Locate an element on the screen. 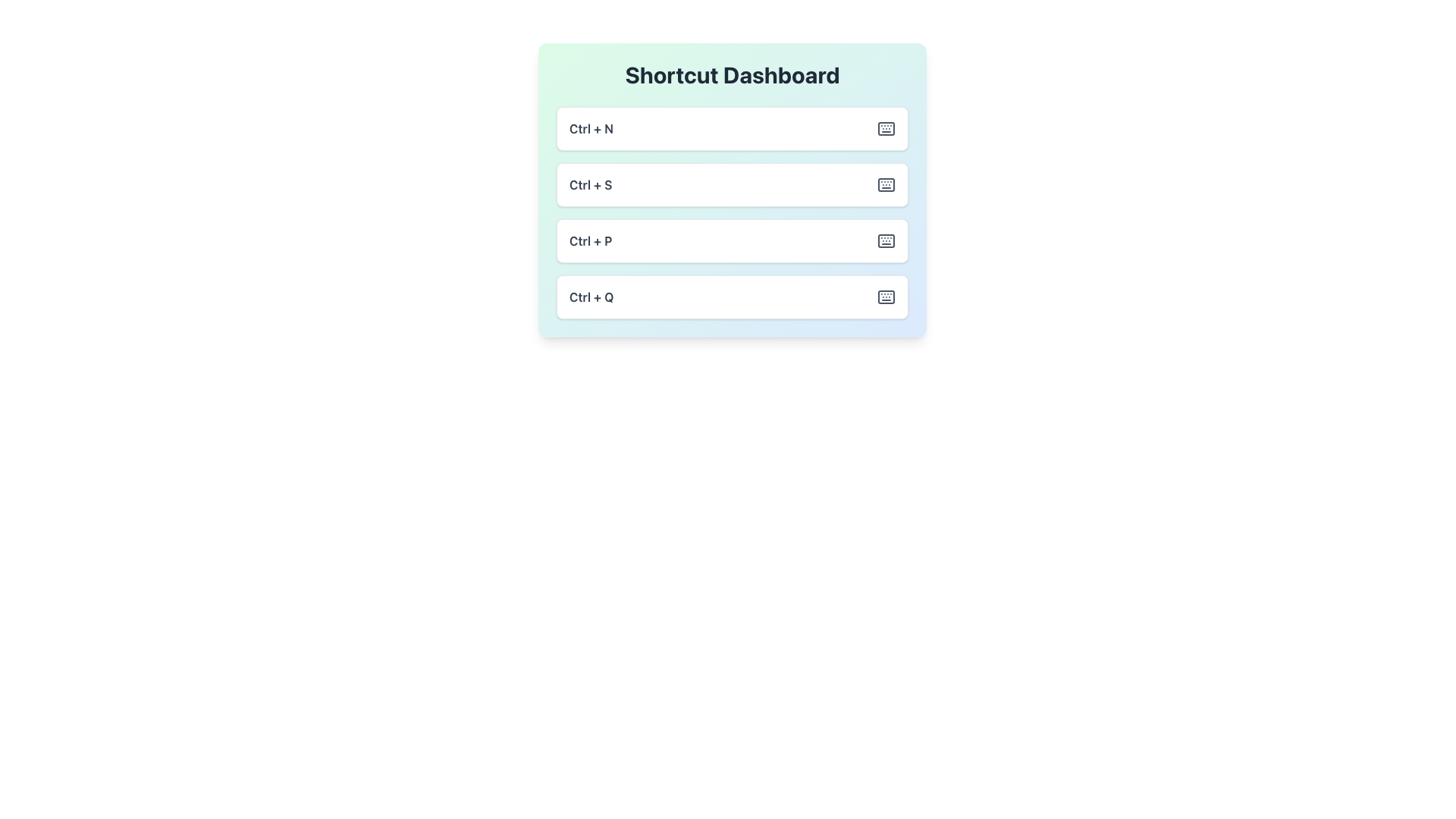 This screenshot has width=1456, height=819. the keyboard-shaped icon, which is dark gray and located on the far right of the 'Ctrl + S' shortcut action in the vertical stack is located at coordinates (886, 184).